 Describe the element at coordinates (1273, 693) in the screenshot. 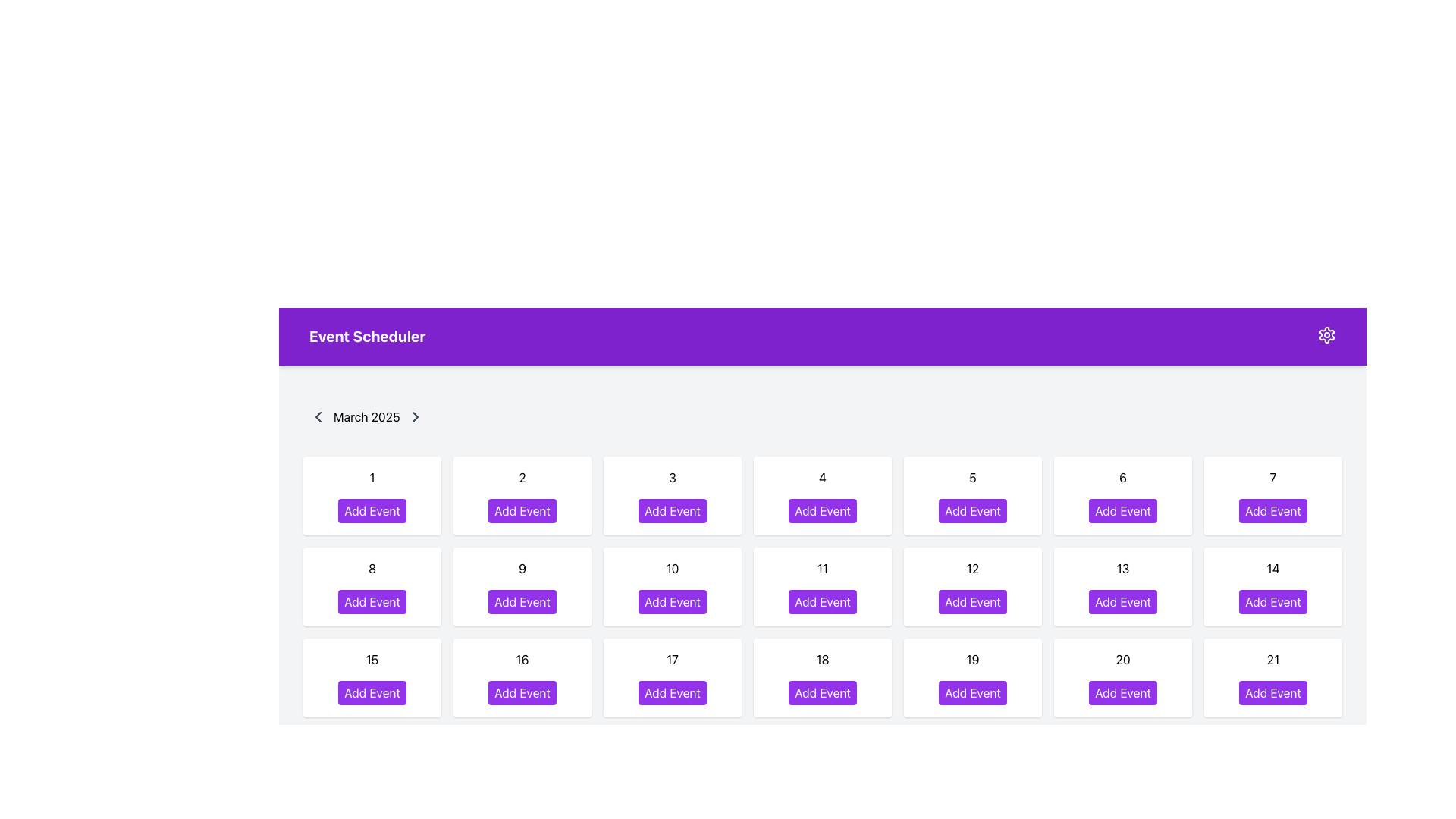

I see `the 'Add Event' button, which is a rectangular button with a purple background and rounded corners, located below the calendar date '21' in the grid layout` at that location.